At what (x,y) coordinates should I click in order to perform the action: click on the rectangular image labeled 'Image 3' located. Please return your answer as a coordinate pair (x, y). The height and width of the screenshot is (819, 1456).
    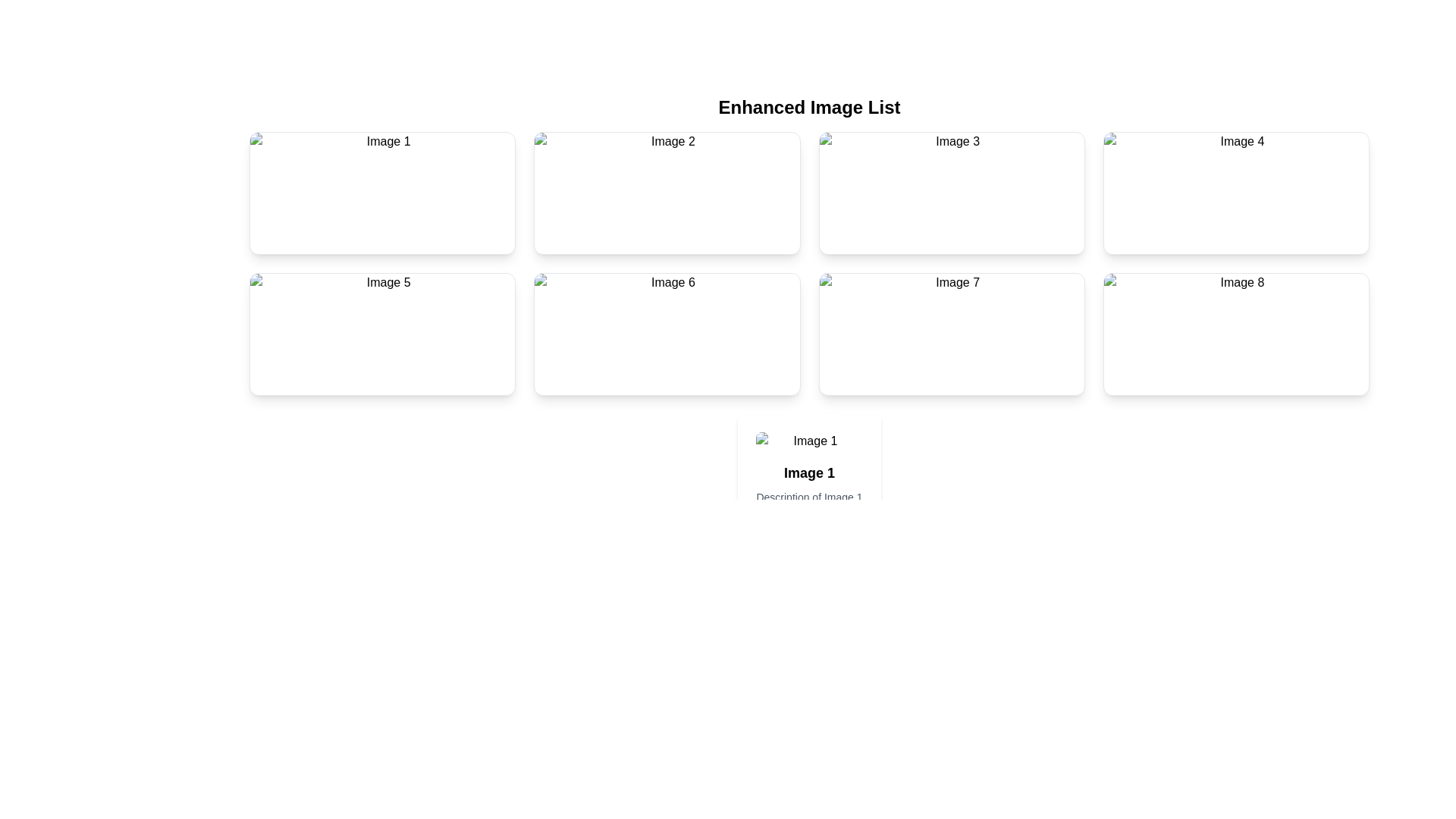
    Looking at the image, I should click on (950, 192).